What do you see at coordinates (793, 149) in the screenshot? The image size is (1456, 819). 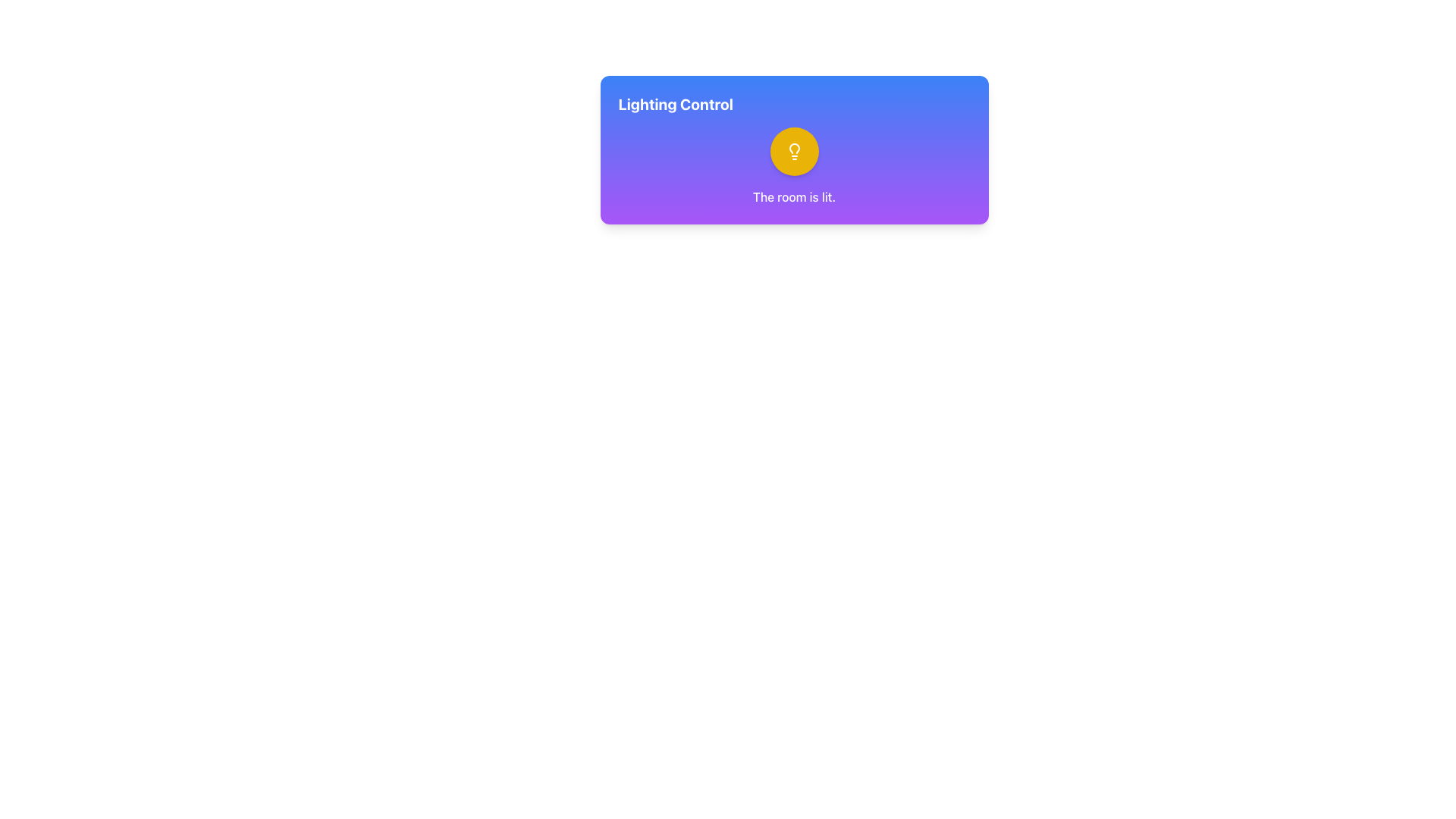 I see `the Informational Panel titled 'Lighting Control', which features a yellow circular light bulb icon and descriptive text 'The room is lit.'` at bounding box center [793, 149].